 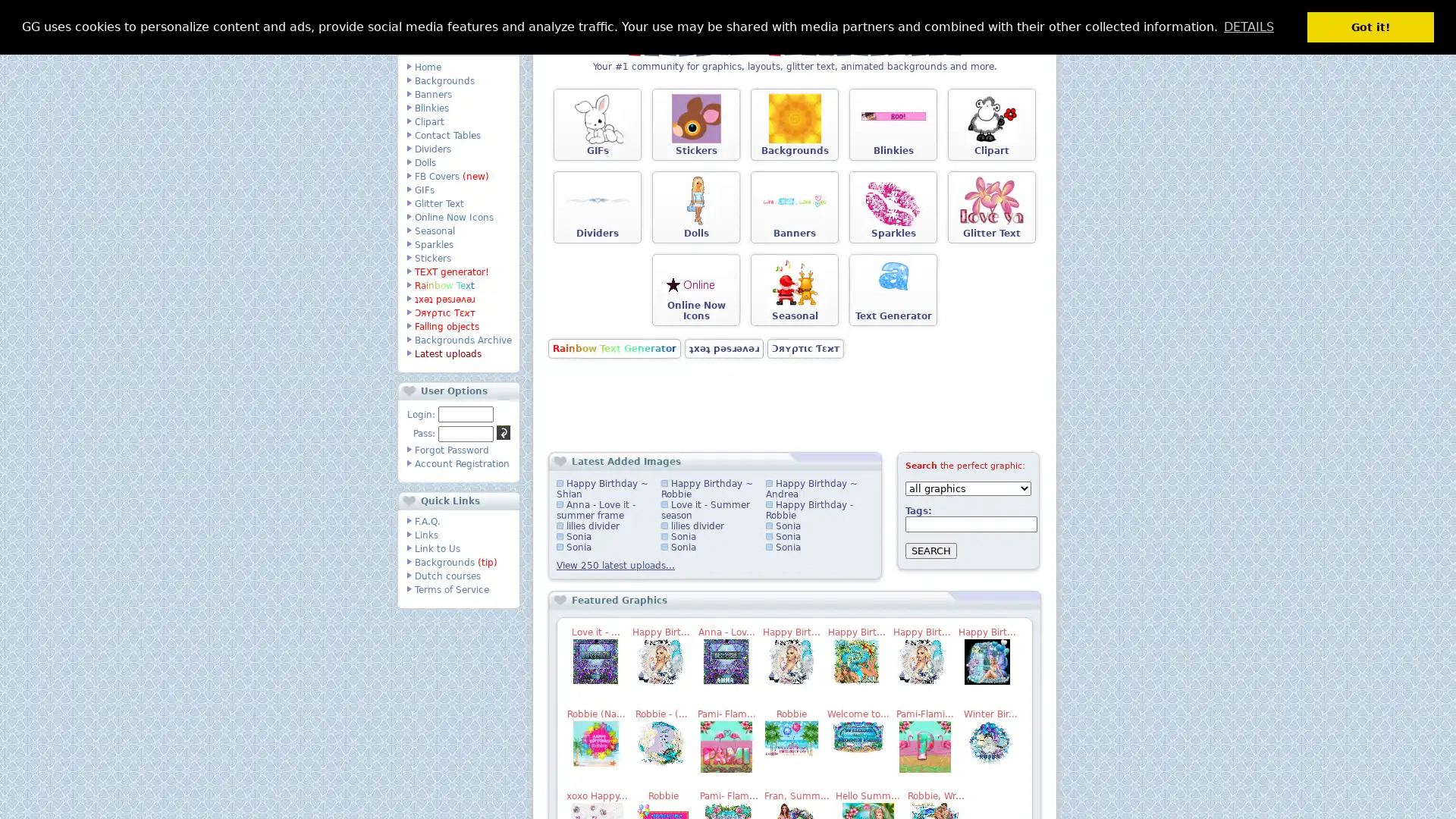 I want to click on dismiss cookie message, so click(x=1370, y=27).